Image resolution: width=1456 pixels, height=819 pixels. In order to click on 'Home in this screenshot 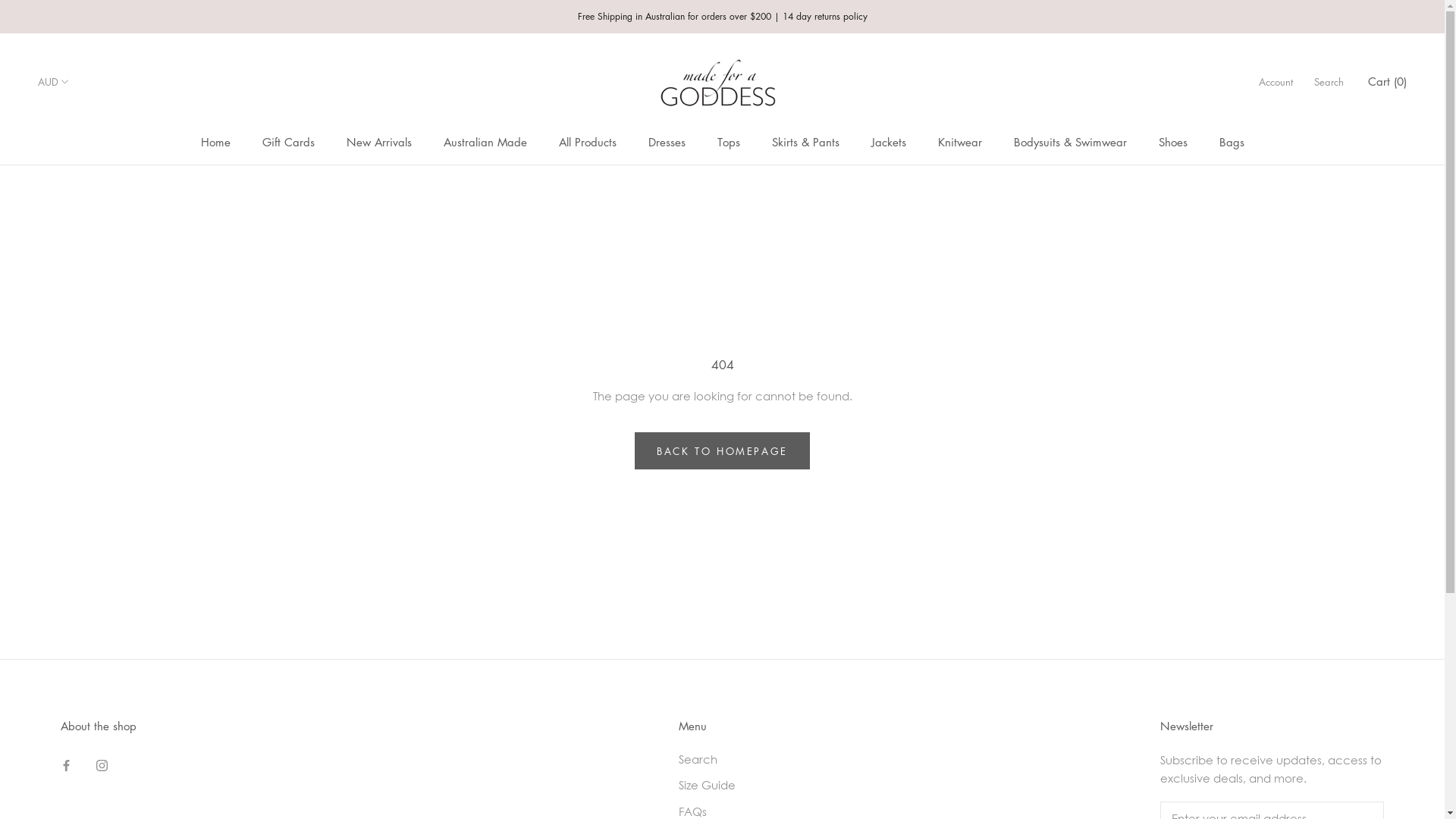, I will do `click(214, 141)`.